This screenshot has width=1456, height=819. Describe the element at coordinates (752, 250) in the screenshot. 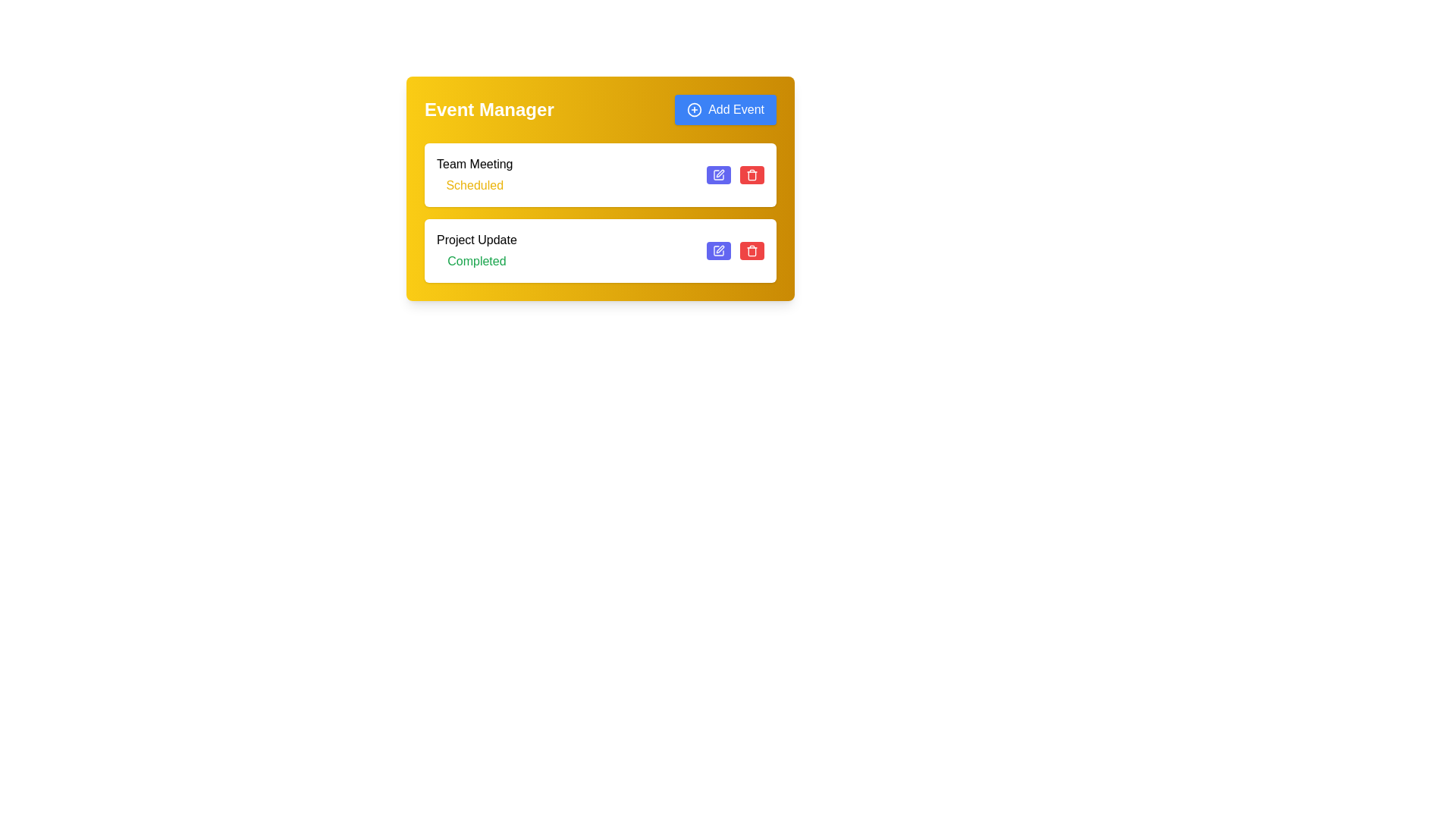

I see `the small, rounded rectangular red button with a trash bin icon located in the lower row of buttons within the 'Project Update' card to initiate the delete action` at that location.